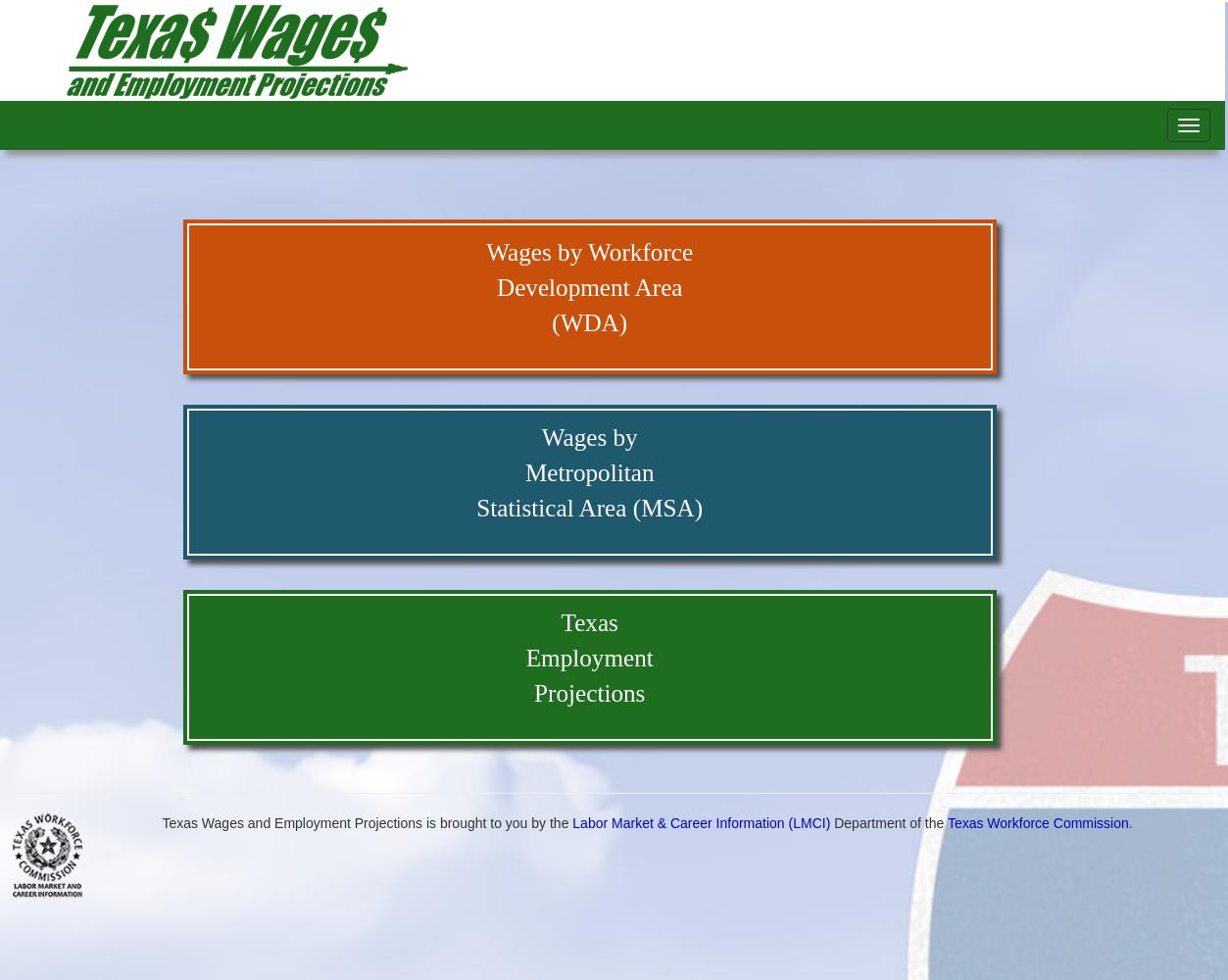 The height and width of the screenshot is (980, 1228). Describe the element at coordinates (484, 252) in the screenshot. I see `'Wages by Workforce'` at that location.